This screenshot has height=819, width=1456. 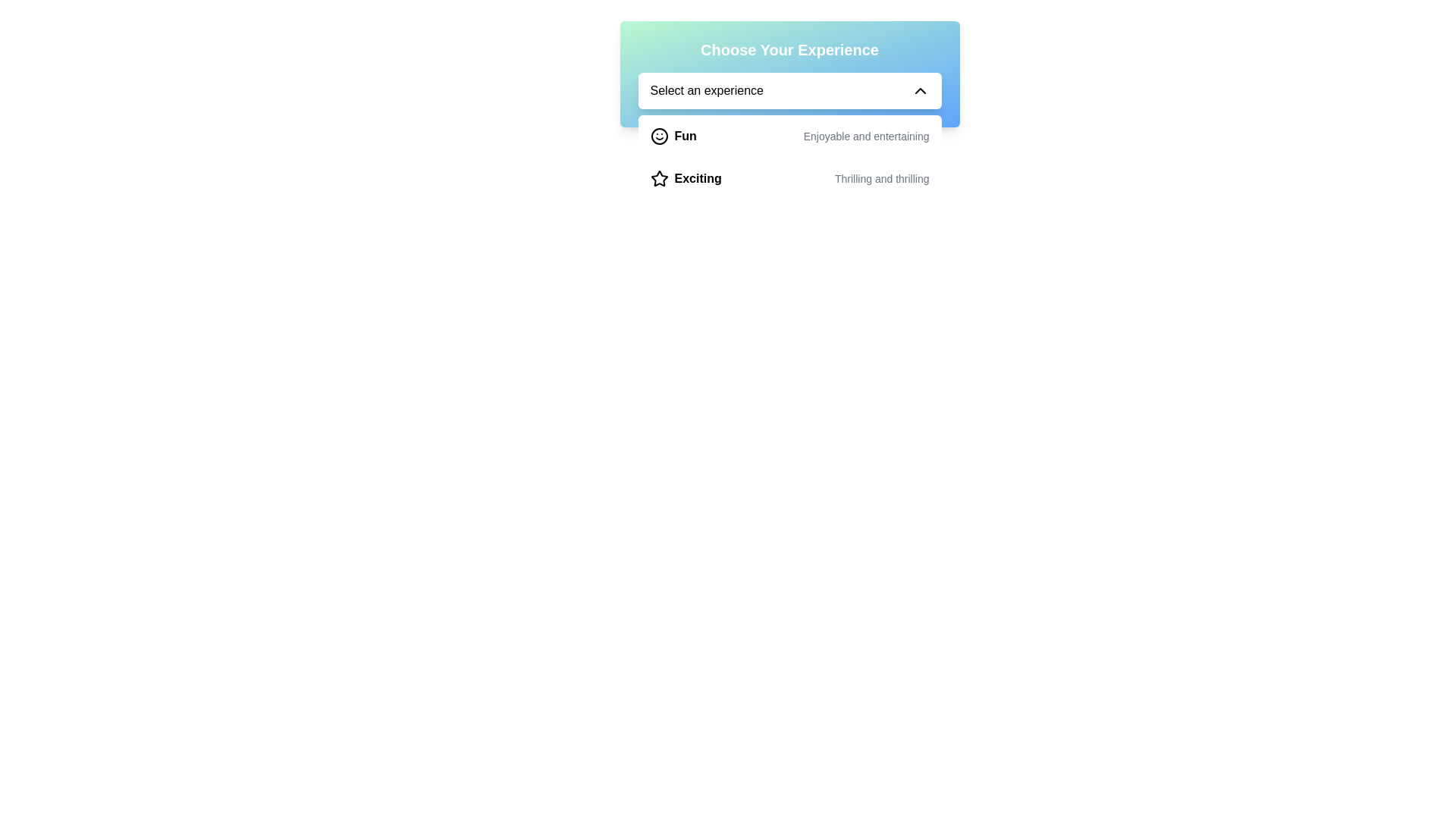 What do you see at coordinates (659, 136) in the screenshot?
I see `the small, circular smiling face icon that is part of the 'Fun' group, located to the left of the text 'Fun'` at bounding box center [659, 136].